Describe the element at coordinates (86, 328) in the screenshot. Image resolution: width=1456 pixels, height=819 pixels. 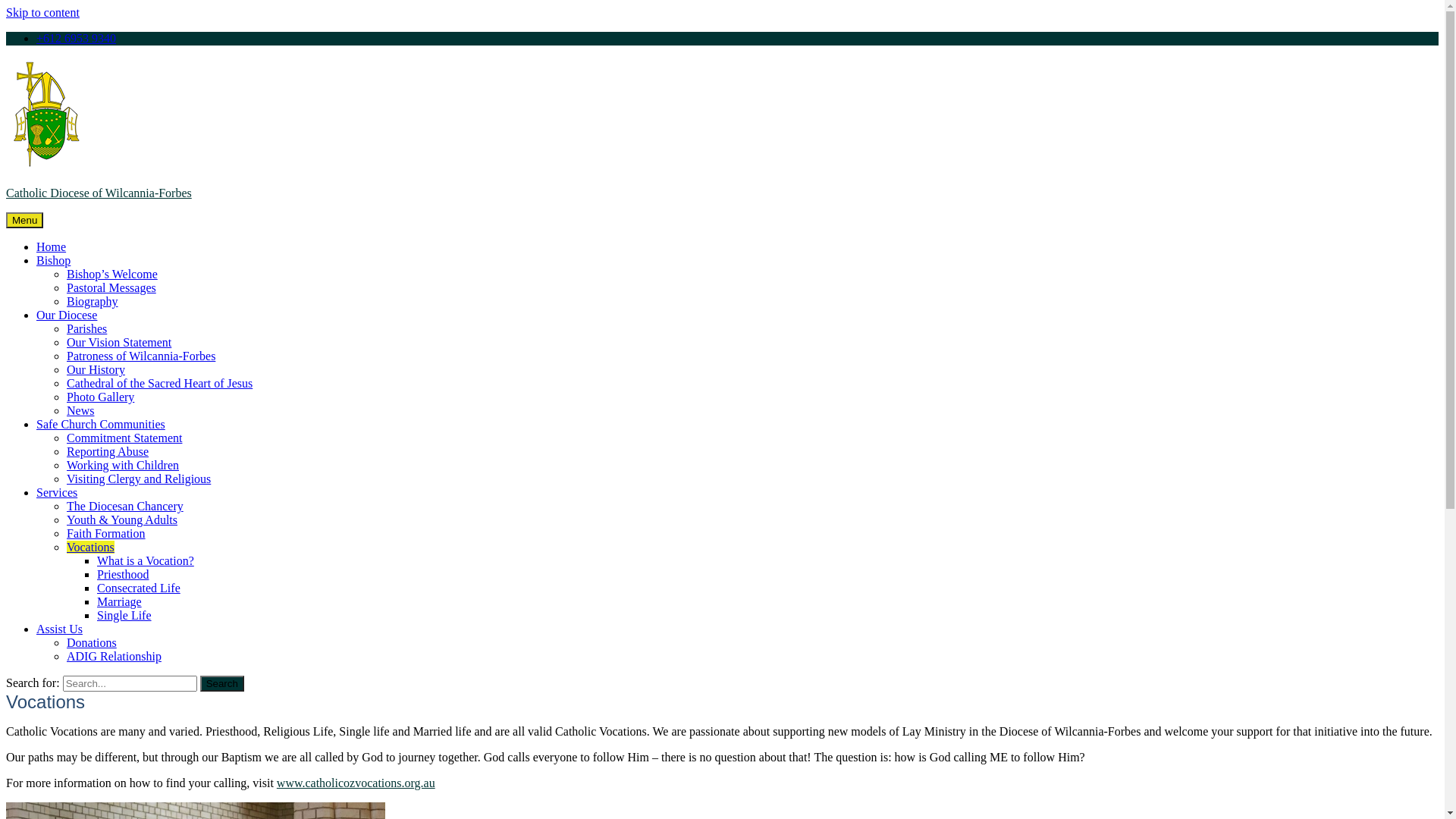
I see `'Parishes'` at that location.